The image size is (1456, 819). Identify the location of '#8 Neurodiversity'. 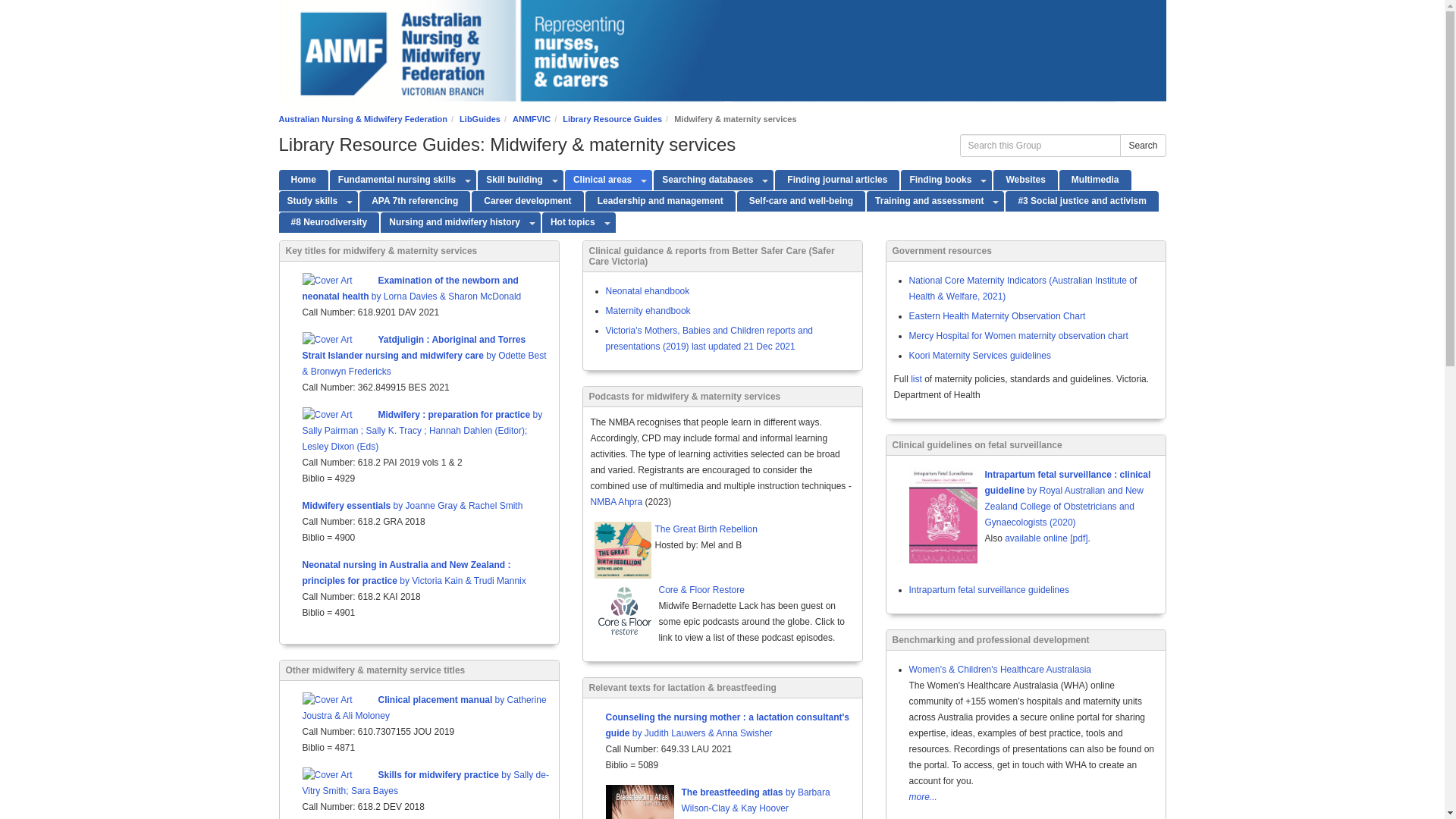
(328, 222).